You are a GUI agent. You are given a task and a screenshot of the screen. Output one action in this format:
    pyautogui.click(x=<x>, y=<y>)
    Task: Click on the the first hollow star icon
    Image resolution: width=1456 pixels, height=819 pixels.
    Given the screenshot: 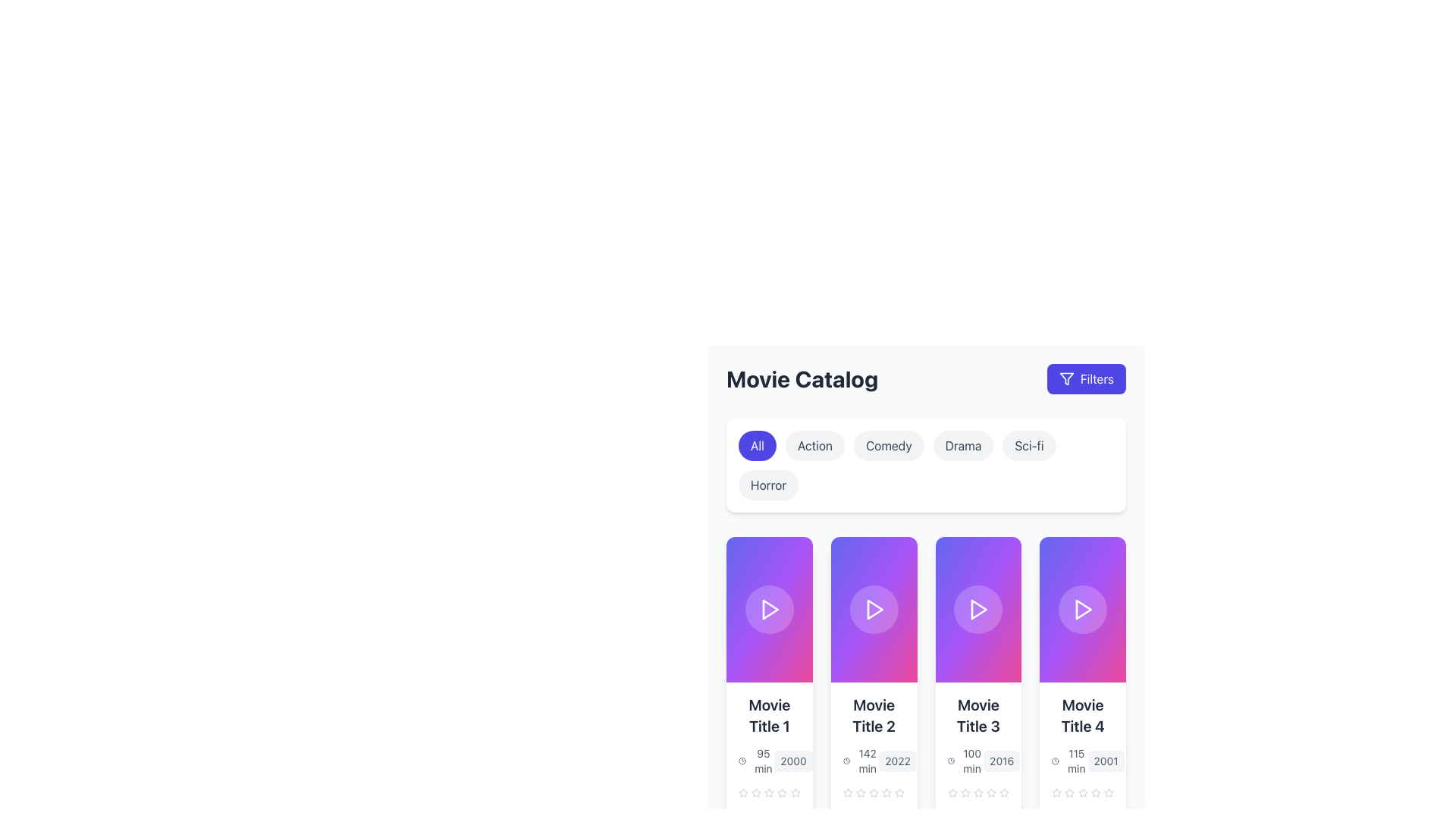 What is the action you would take?
    pyautogui.click(x=952, y=792)
    